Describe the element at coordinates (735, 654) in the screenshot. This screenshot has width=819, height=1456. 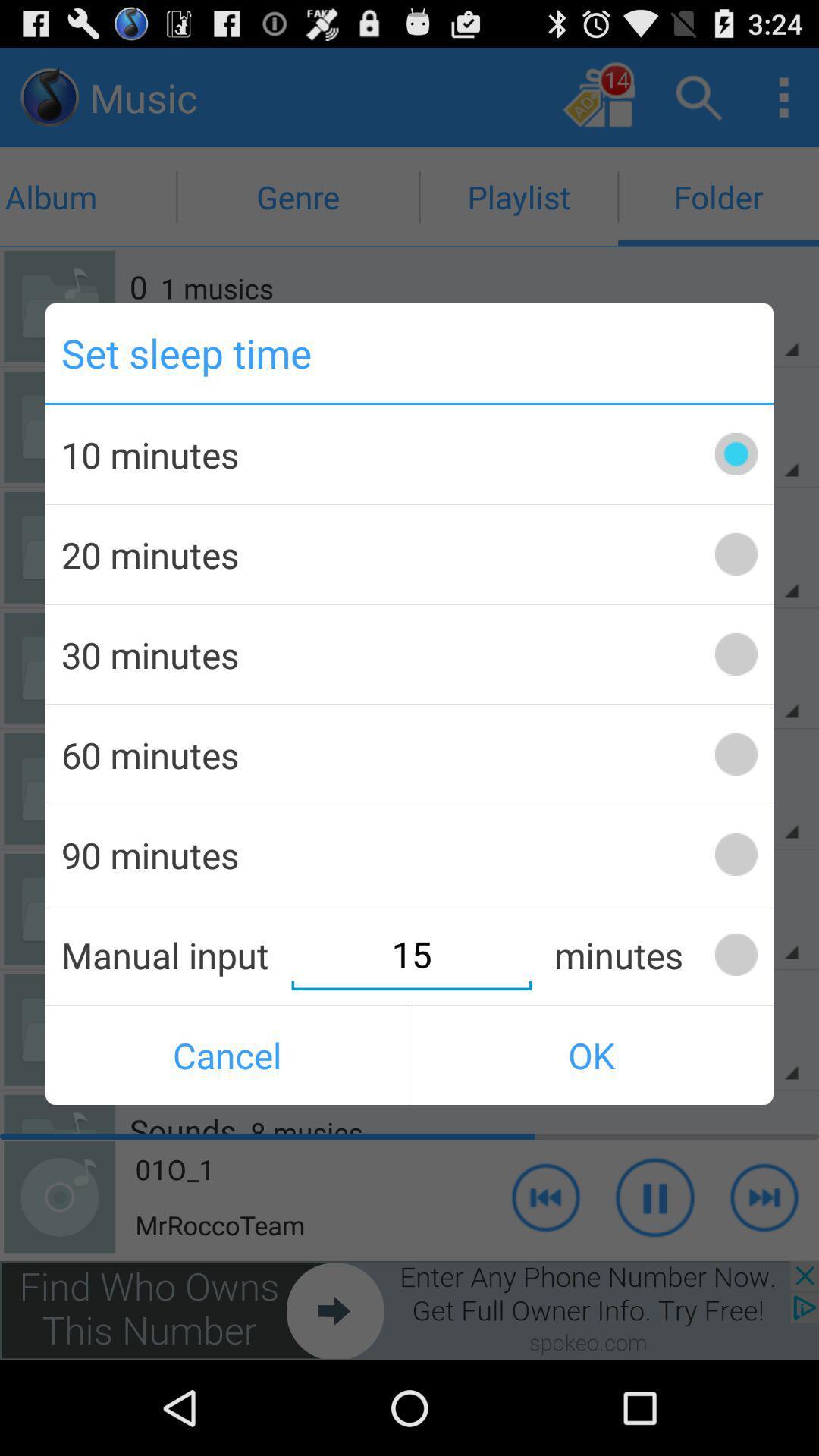
I see `set sleep time option` at that location.